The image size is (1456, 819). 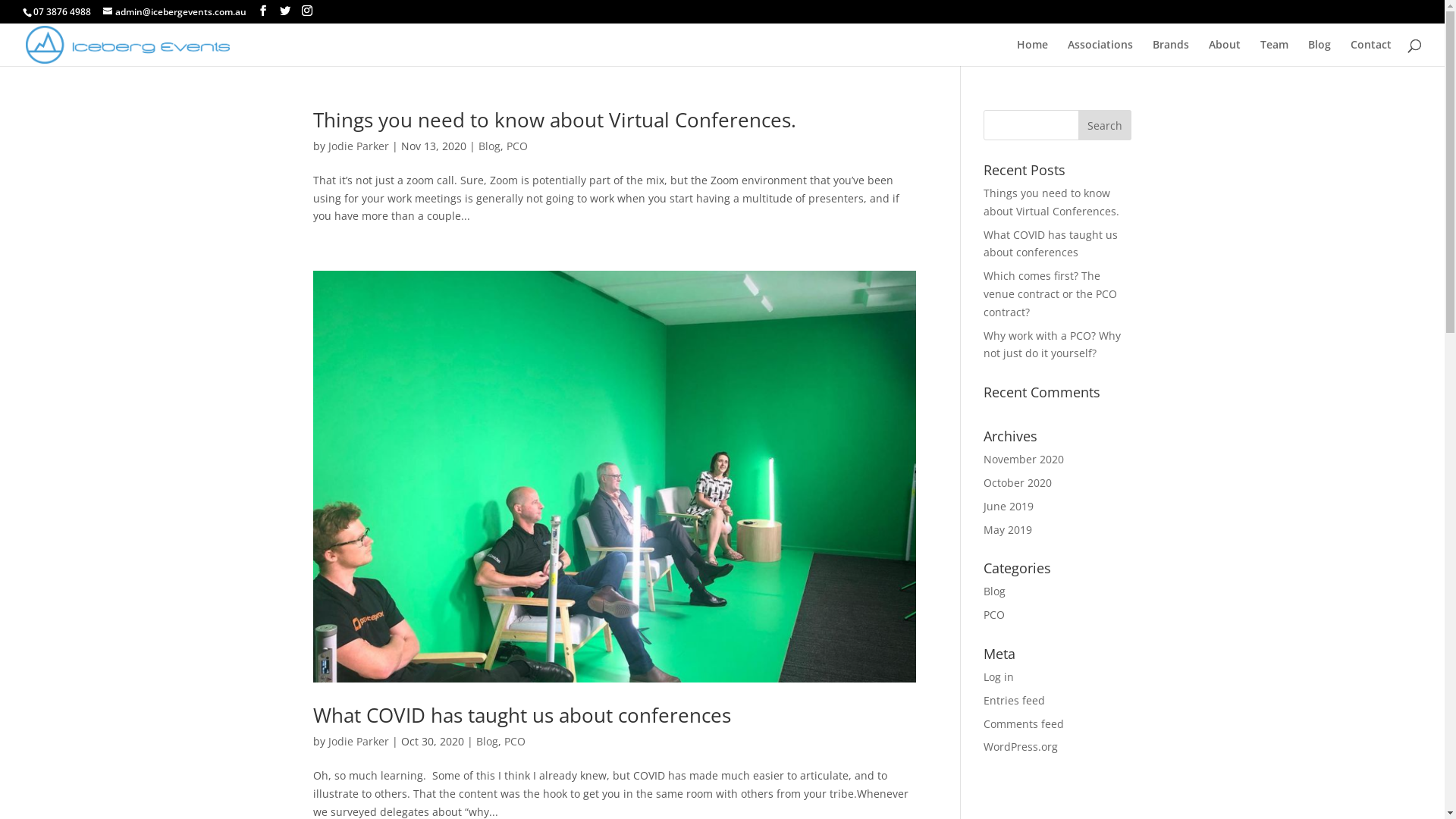 What do you see at coordinates (1050, 243) in the screenshot?
I see `'What COVID has taught us about conferences'` at bounding box center [1050, 243].